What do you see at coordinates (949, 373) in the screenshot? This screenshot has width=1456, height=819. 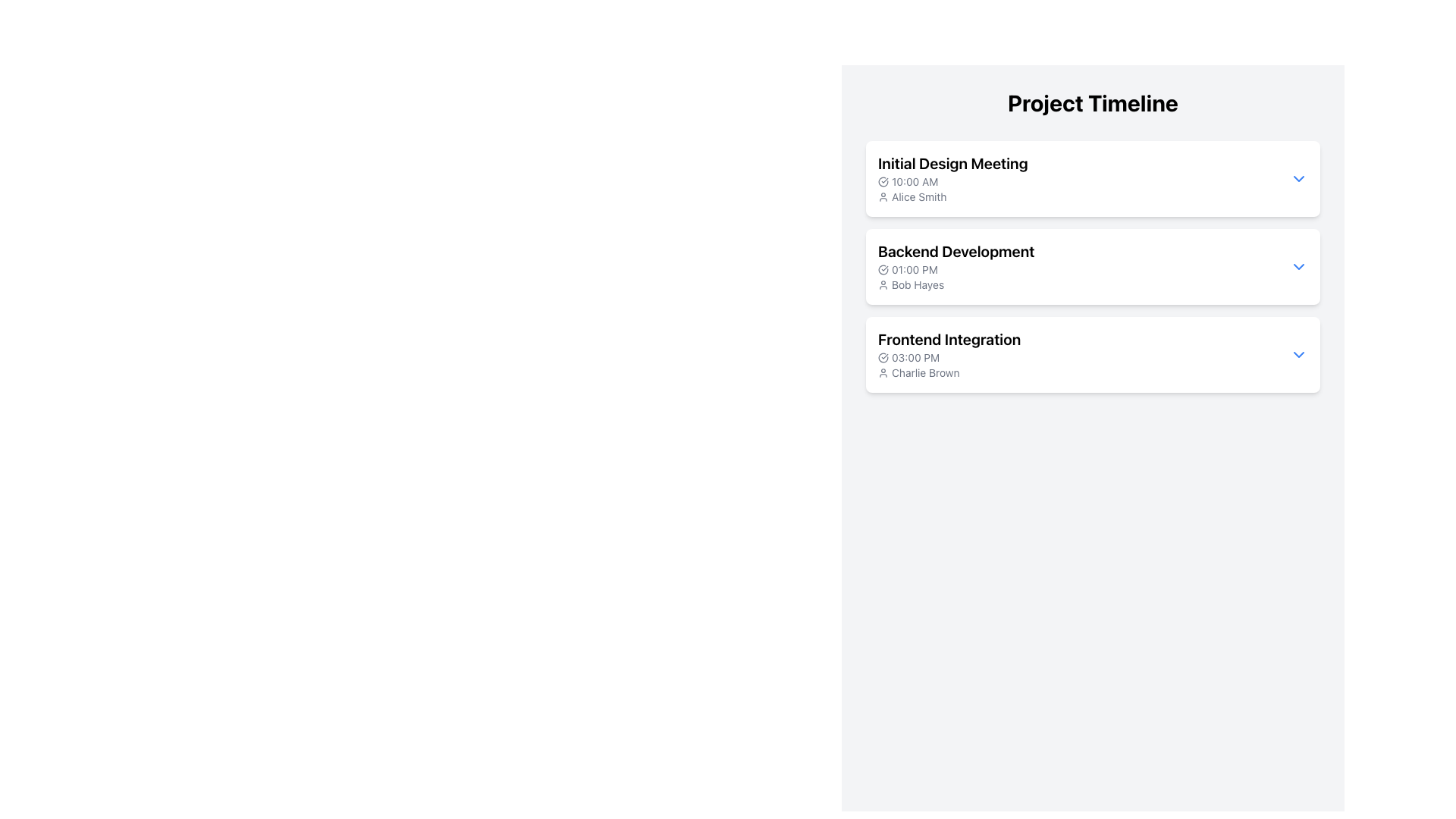 I see `the text label displaying the name 'Charlie Brown' located in the 'Frontend Integration' section, which is aligned with a user icon to its left` at bounding box center [949, 373].